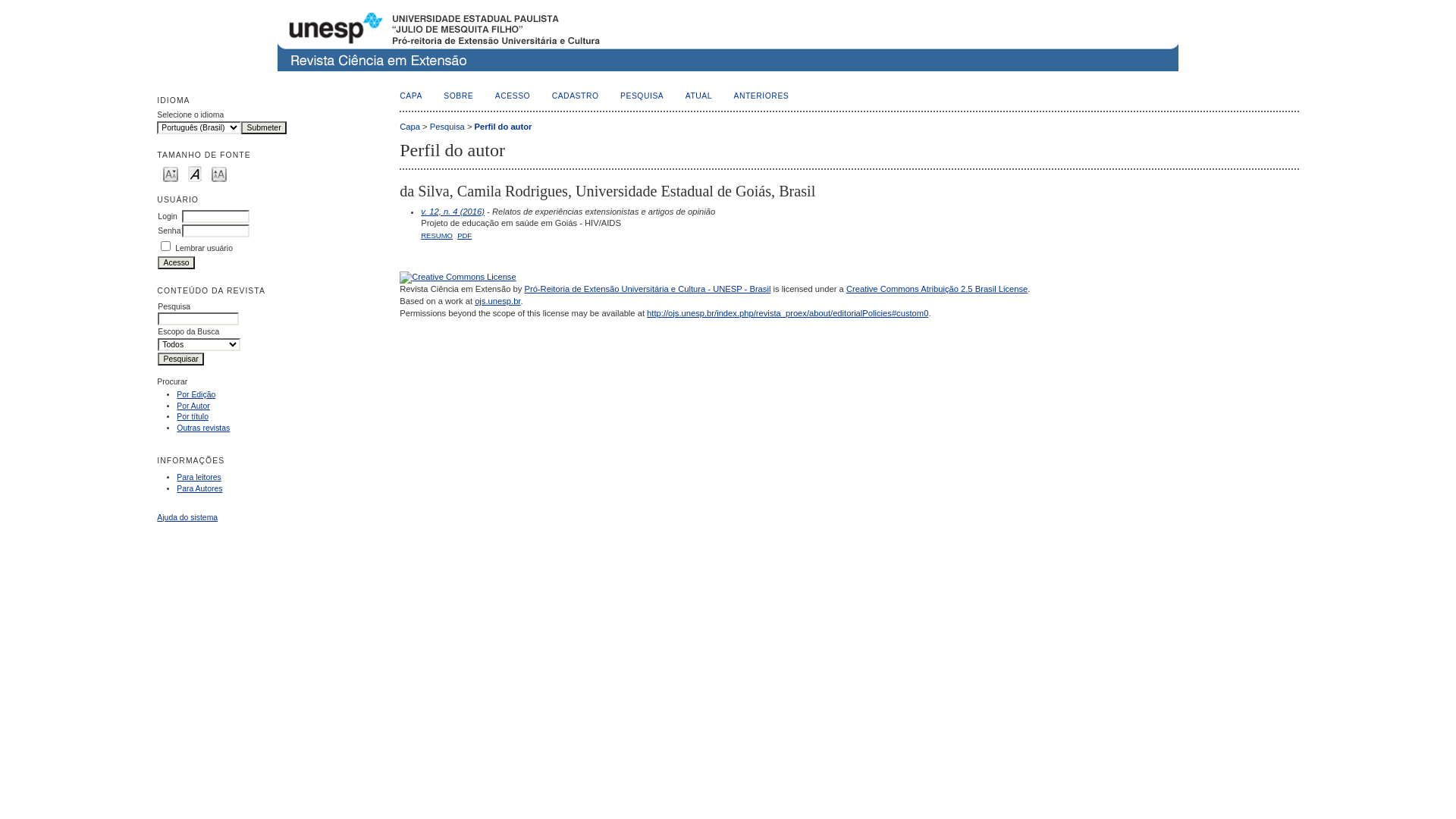 The width and height of the screenshot is (1456, 819). What do you see at coordinates (198, 476) in the screenshot?
I see `'Para leitores'` at bounding box center [198, 476].